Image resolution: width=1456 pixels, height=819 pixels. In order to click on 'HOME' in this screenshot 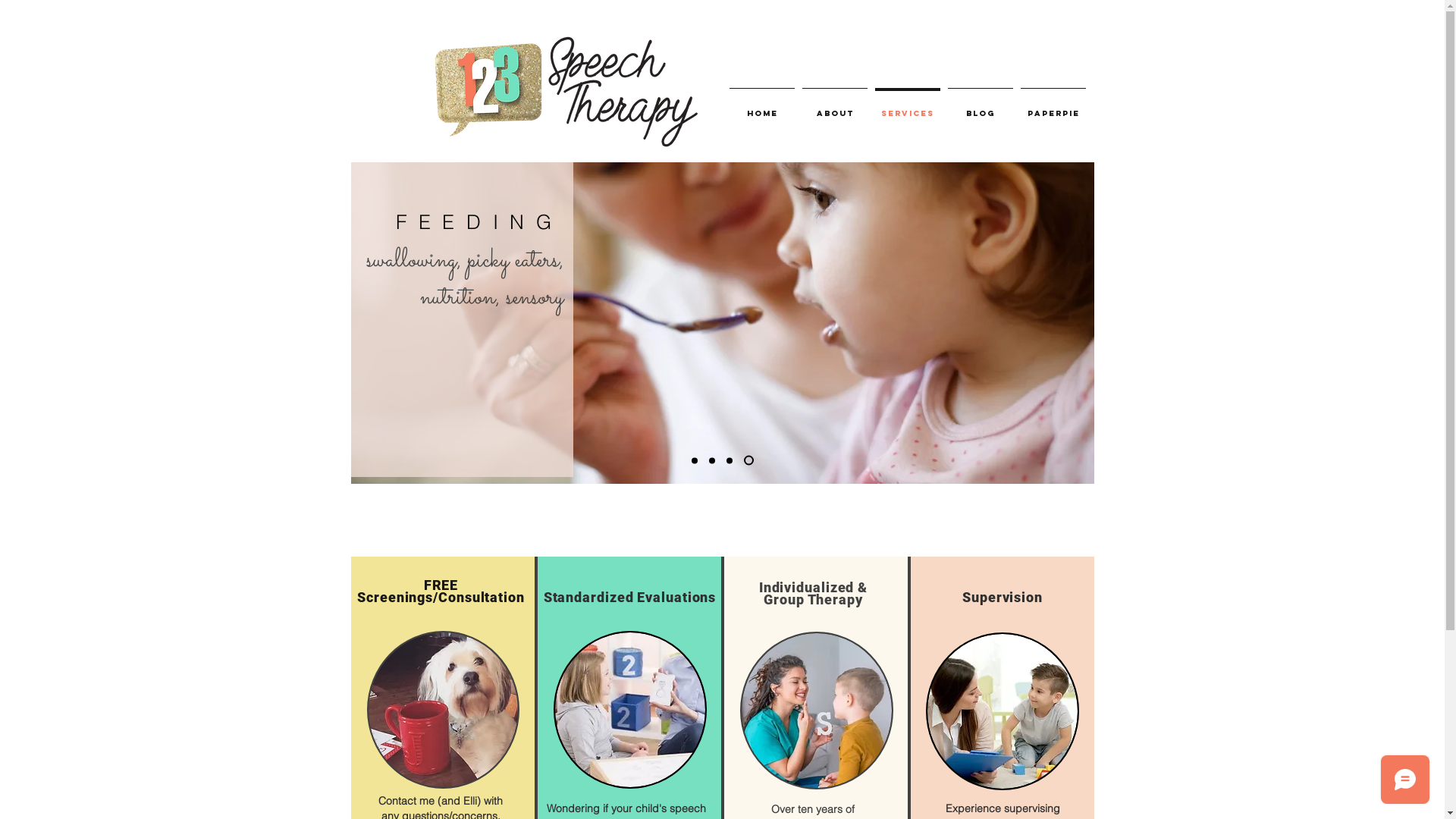, I will do `click(724, 106)`.